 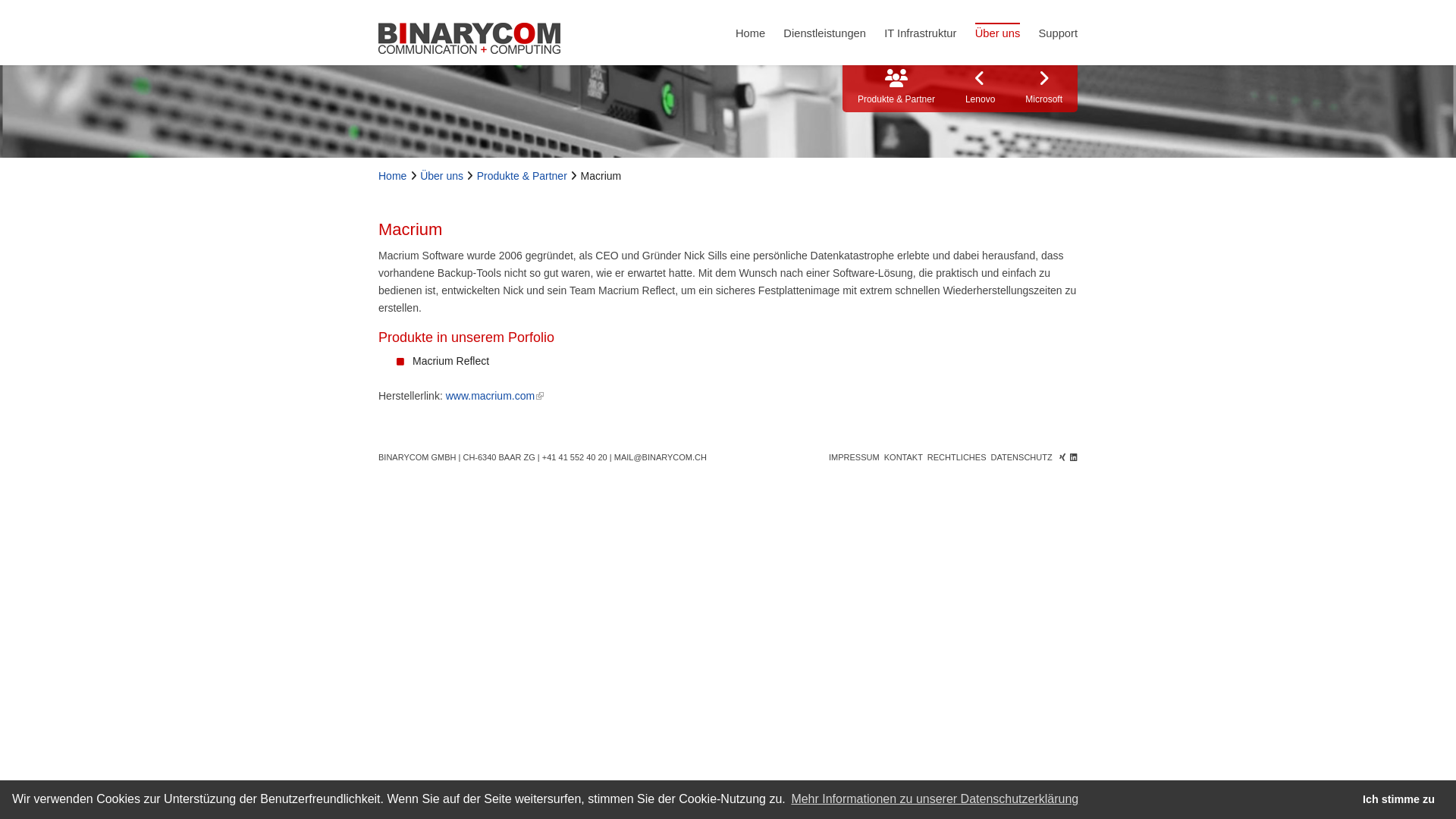 What do you see at coordinates (456, 456) in the screenshot?
I see `'BINARYCOM GMBH | CH-6340 BAAR ZG'` at bounding box center [456, 456].